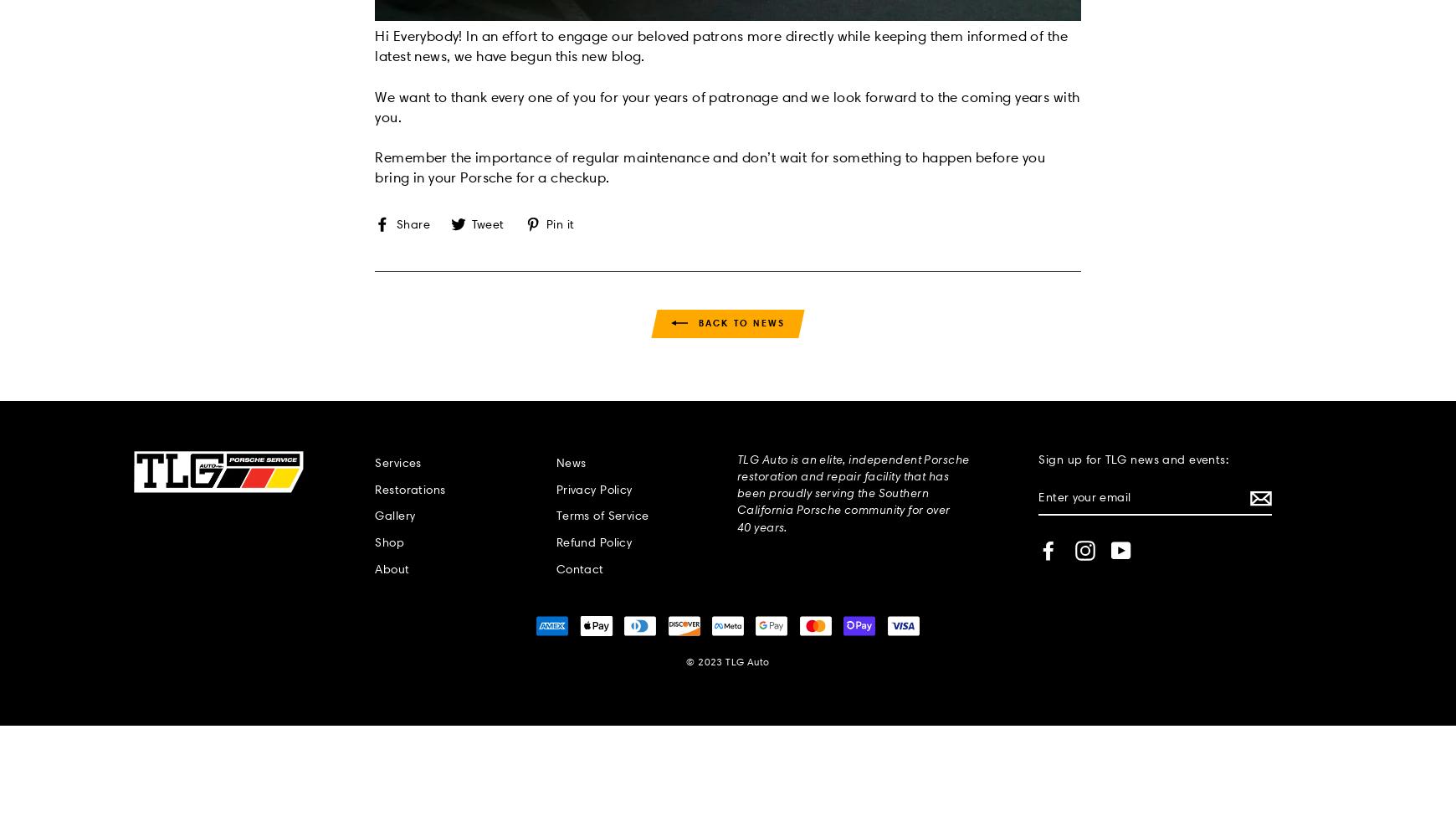  Describe the element at coordinates (374, 488) in the screenshot. I see `'Restorations'` at that location.